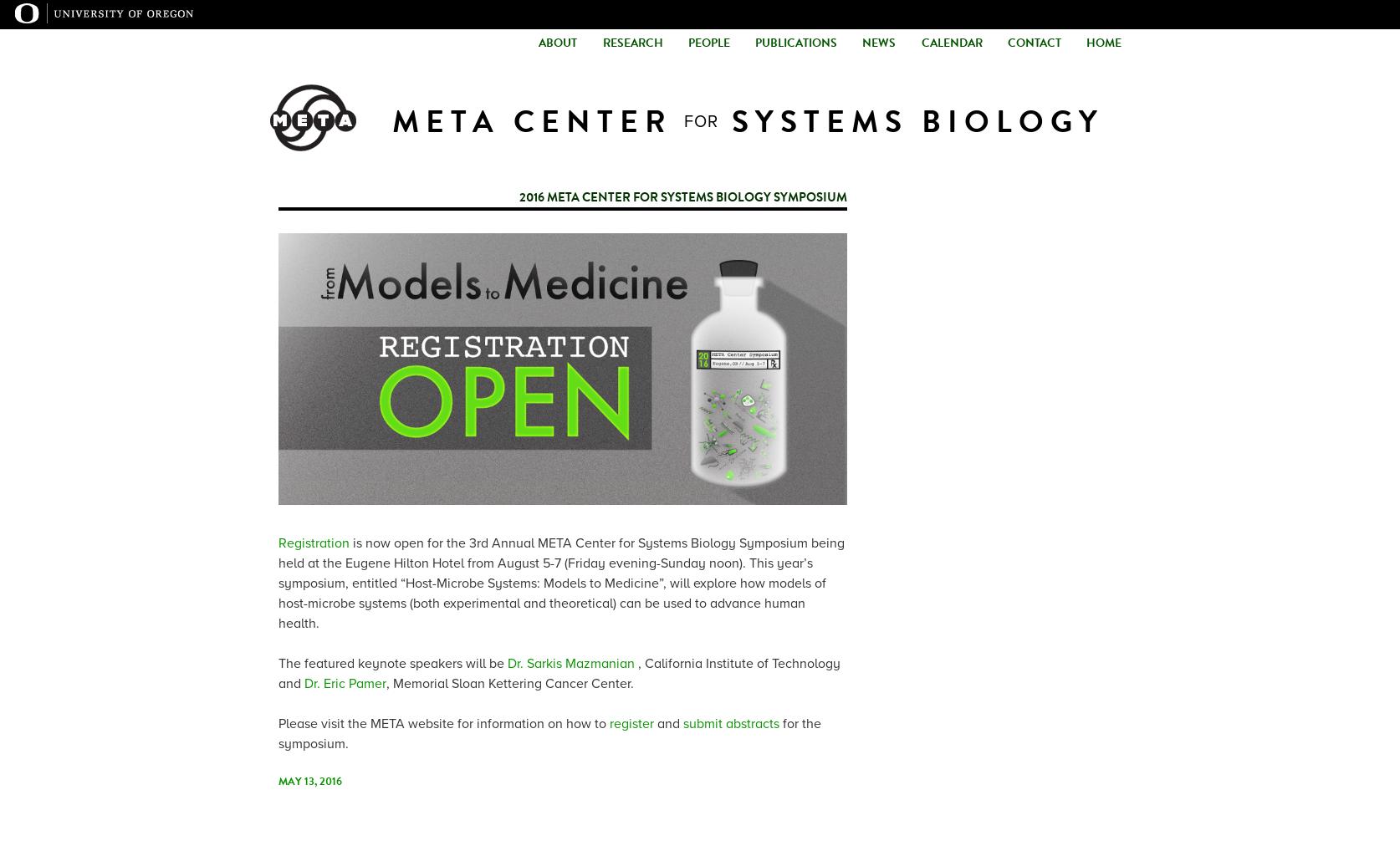  Describe the element at coordinates (549, 734) in the screenshot. I see `'for the symposium.'` at that location.